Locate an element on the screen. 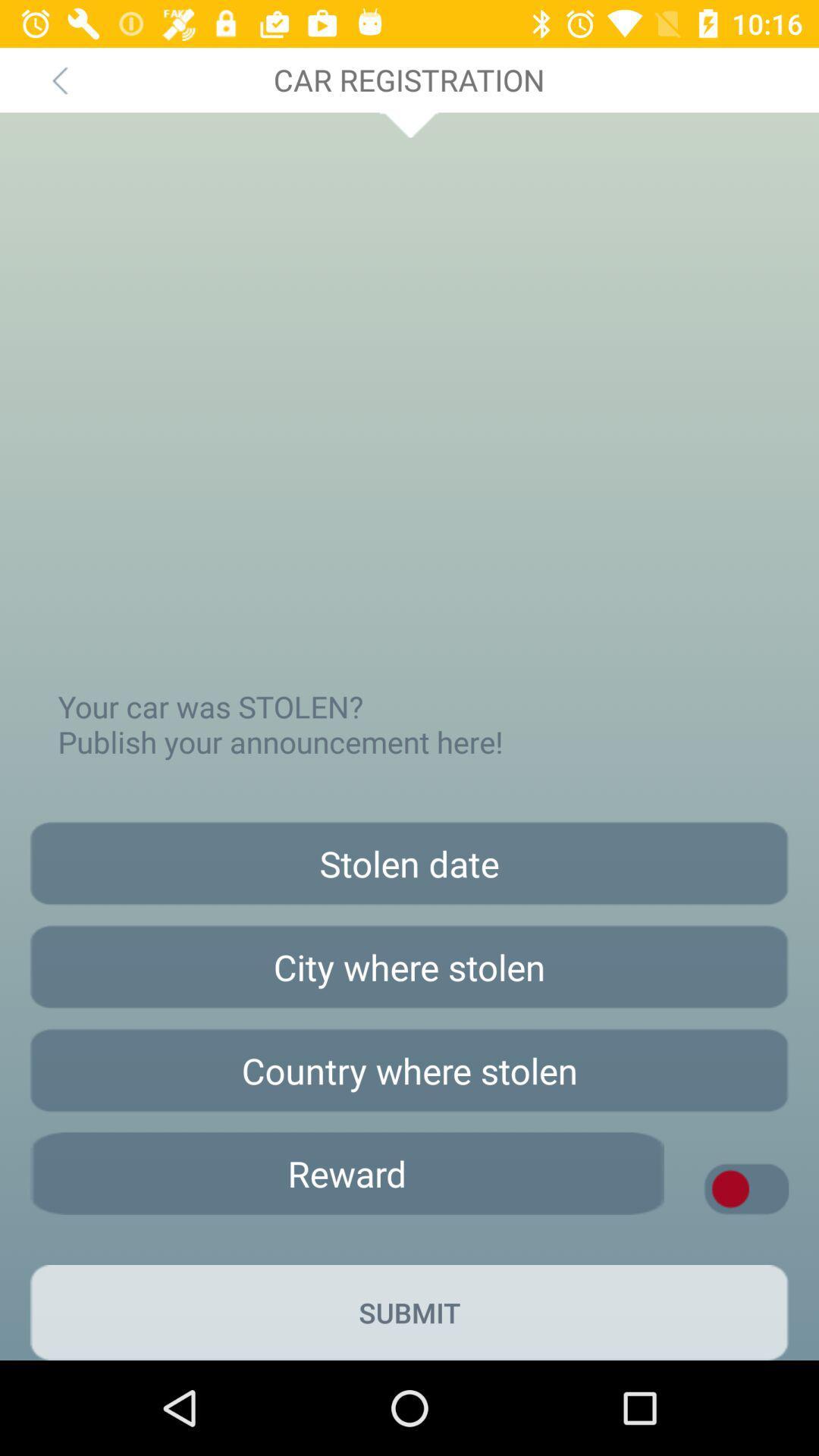 The width and height of the screenshot is (819, 1456). the item to the left of the car registration icon is located at coordinates (58, 79).